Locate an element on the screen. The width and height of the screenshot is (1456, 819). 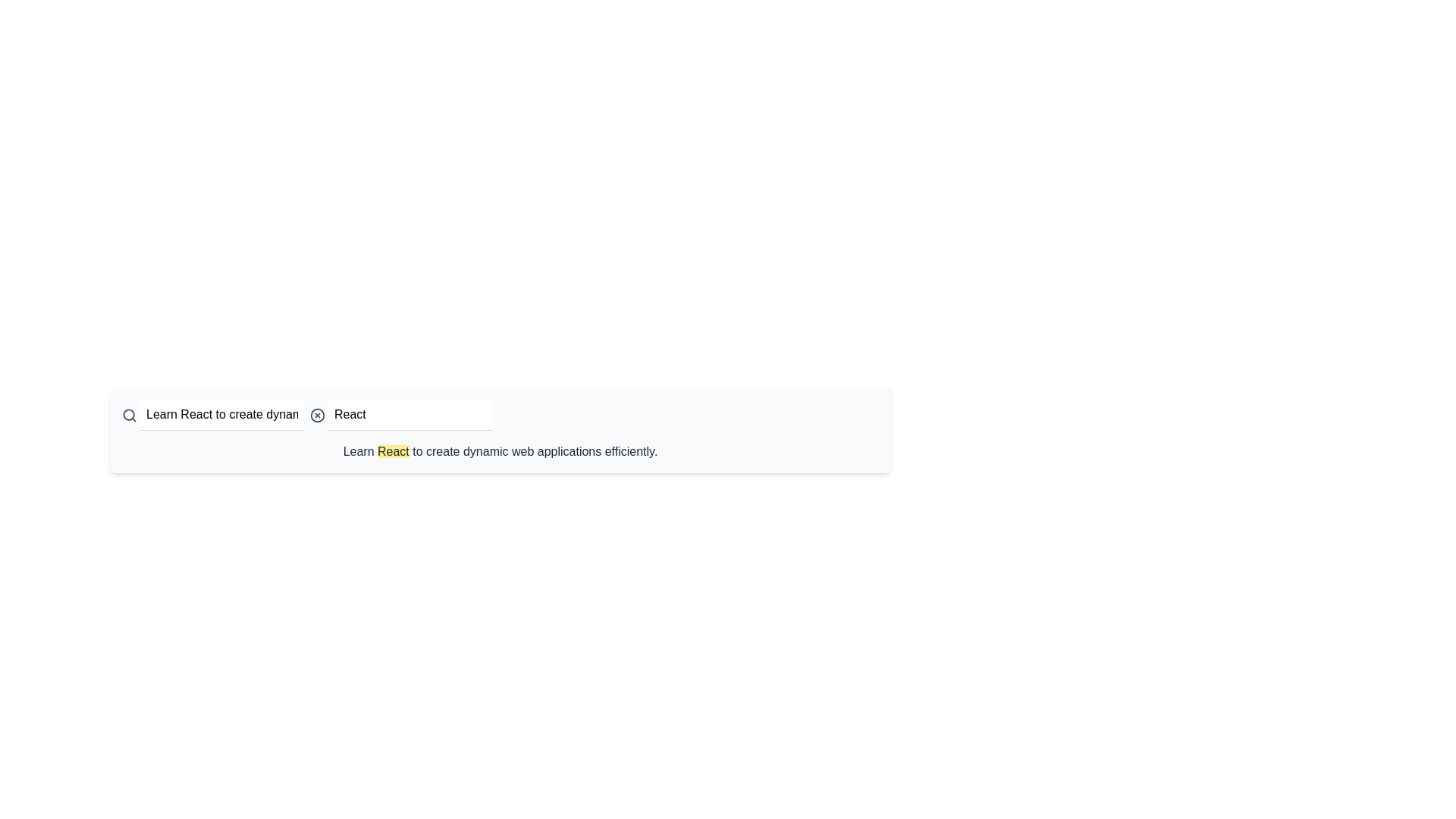
the search input field to focus on it for user input is located at coordinates (410, 415).